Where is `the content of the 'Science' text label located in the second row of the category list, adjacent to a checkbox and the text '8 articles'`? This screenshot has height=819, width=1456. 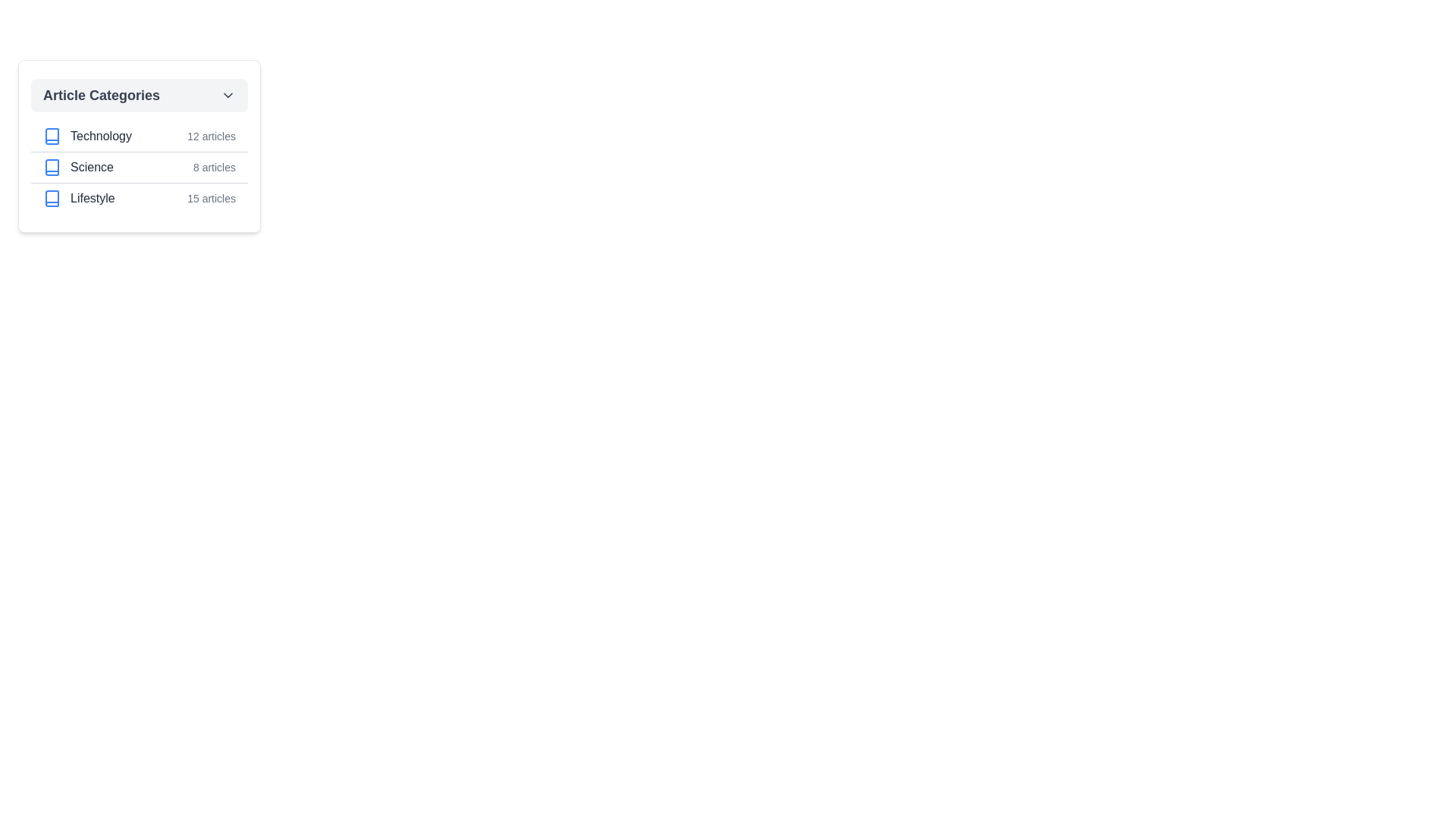 the content of the 'Science' text label located in the second row of the category list, adjacent to a checkbox and the text '8 articles' is located at coordinates (91, 167).